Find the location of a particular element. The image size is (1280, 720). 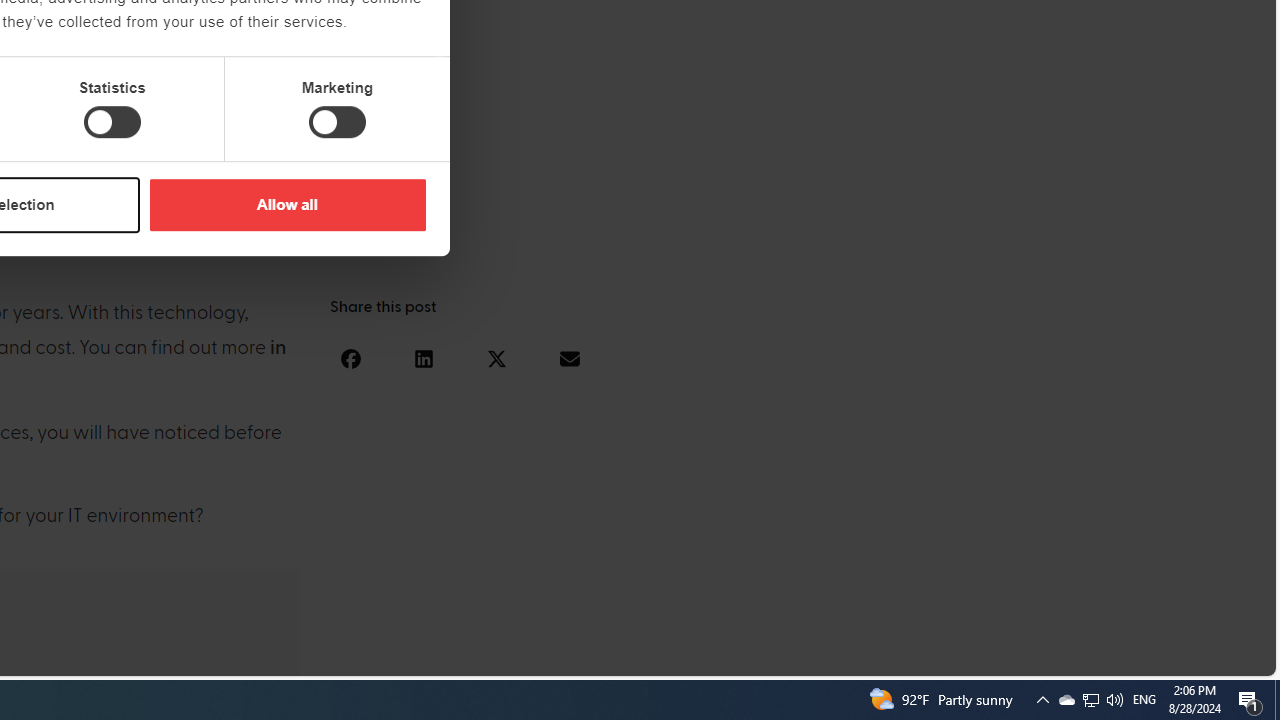

'Share on facebook' is located at coordinates (350, 357).